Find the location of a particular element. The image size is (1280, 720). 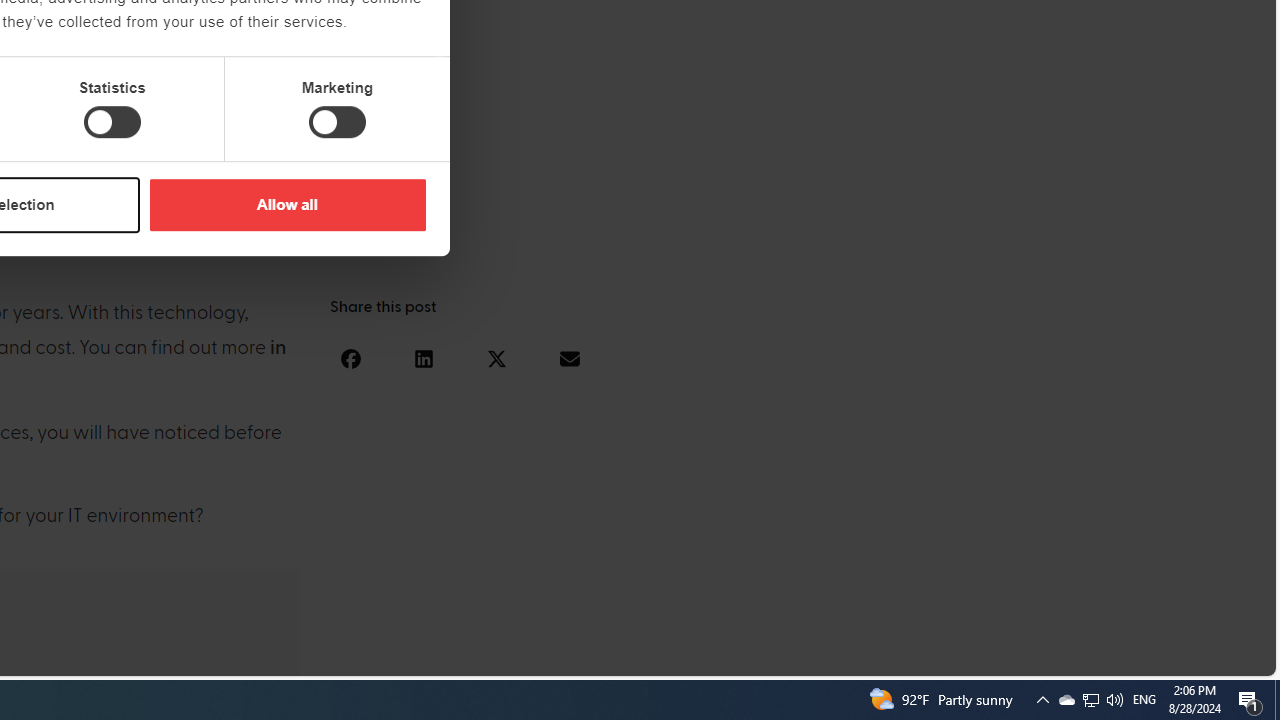

'Share on facebook' is located at coordinates (350, 357).